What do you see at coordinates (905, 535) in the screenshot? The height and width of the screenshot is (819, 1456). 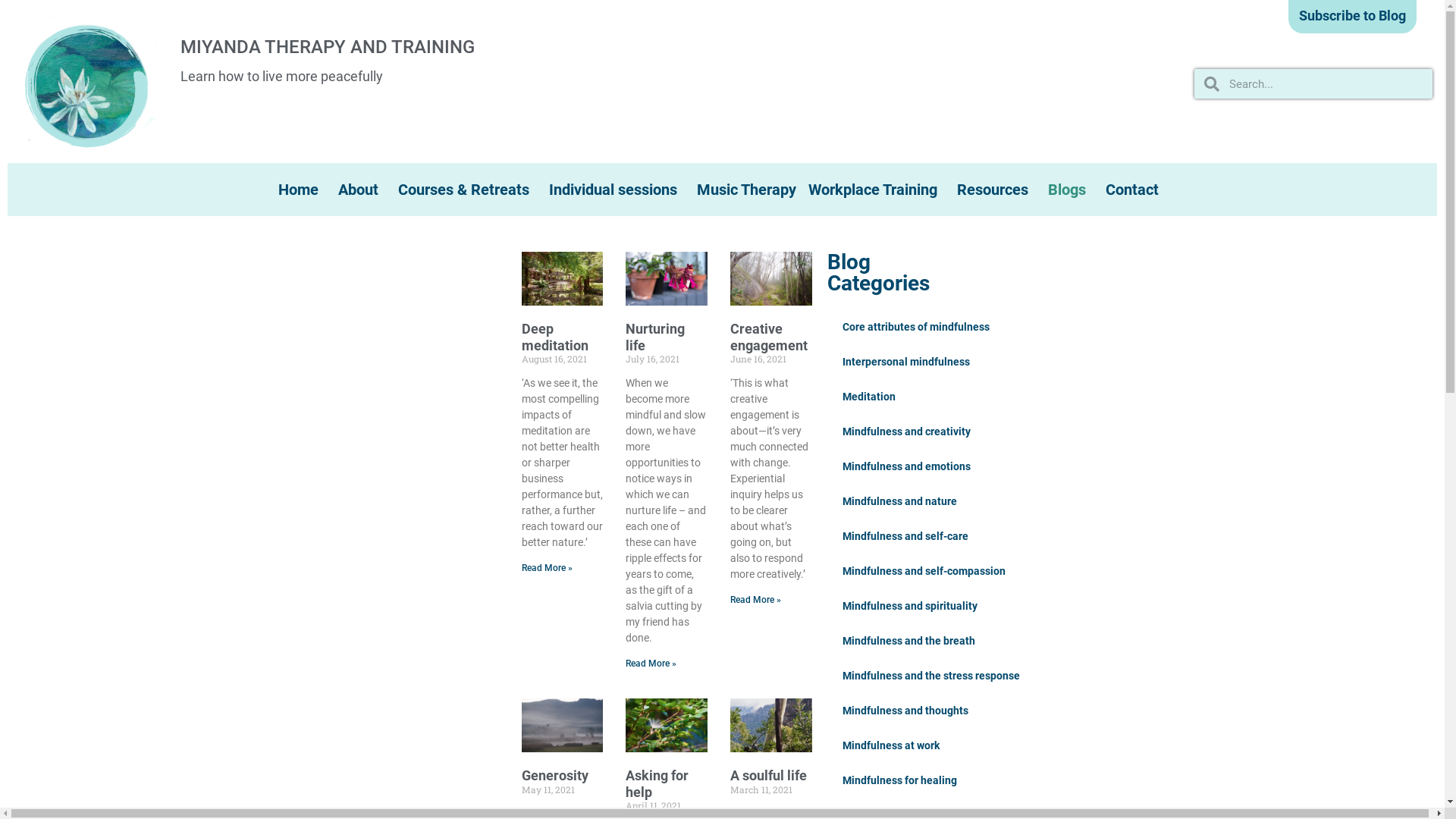 I see `'Mindfulness and self-care'` at bounding box center [905, 535].